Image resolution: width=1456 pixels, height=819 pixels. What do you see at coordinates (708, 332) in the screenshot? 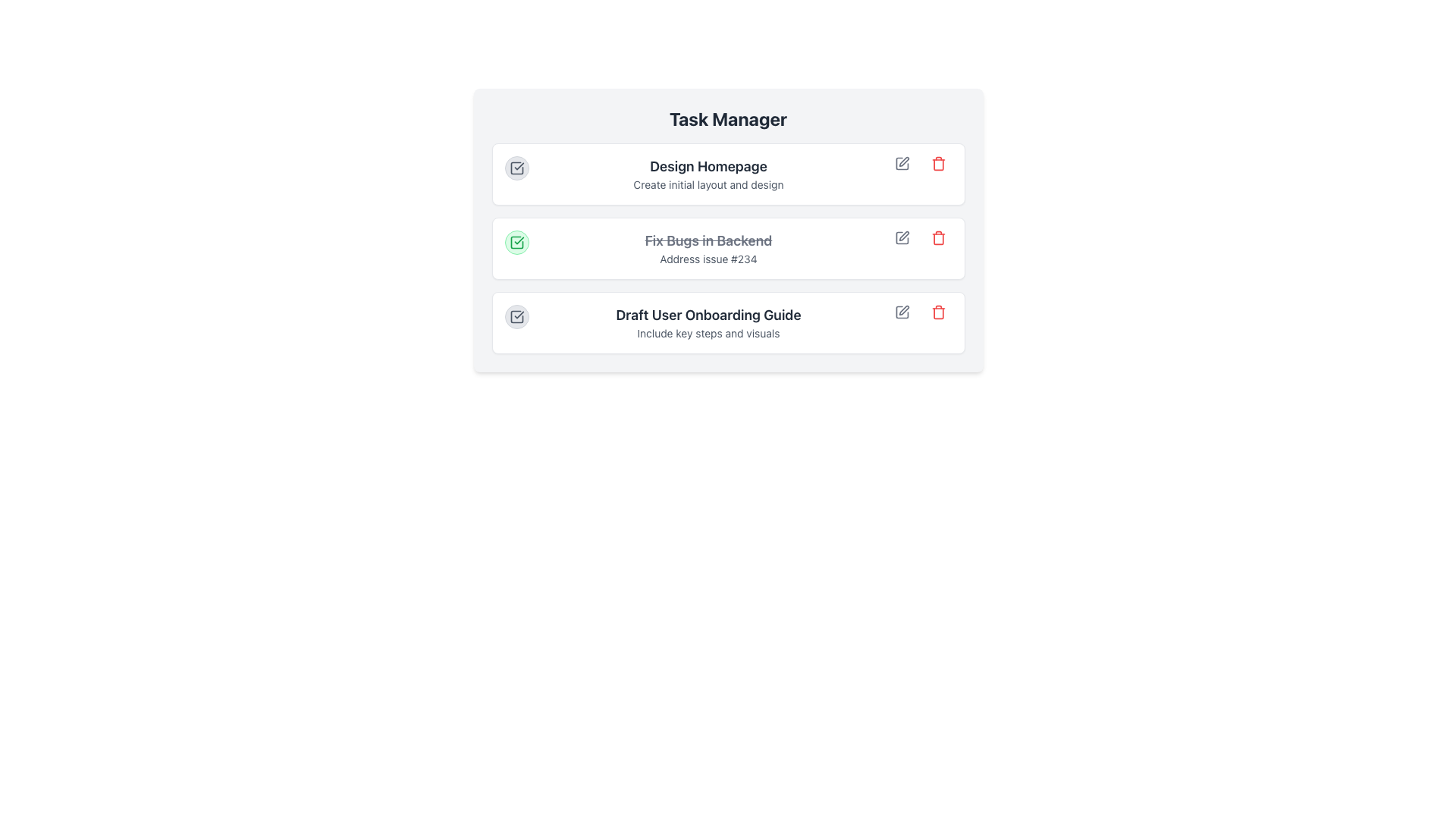
I see `the text label that provides additional context or instructions under the bold header 'Draft User Onboarding Guide' in the third task entry of the task manager interface` at bounding box center [708, 332].